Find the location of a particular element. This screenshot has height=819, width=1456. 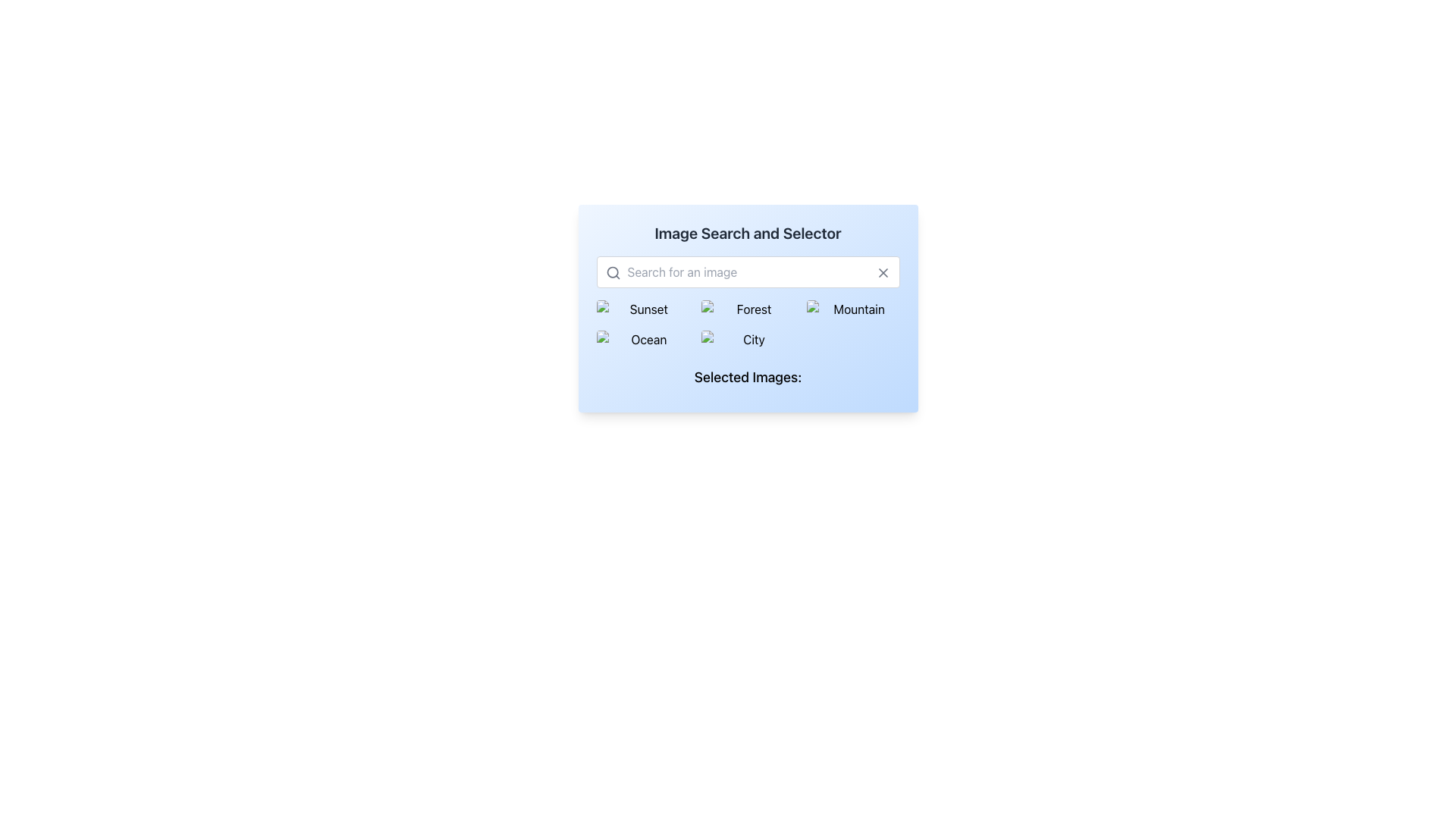

the circular SVG element that is part of the magnifying glass icon located at the top-left corner of the search bar to trigger a tooltip or UI response is located at coordinates (612, 271).